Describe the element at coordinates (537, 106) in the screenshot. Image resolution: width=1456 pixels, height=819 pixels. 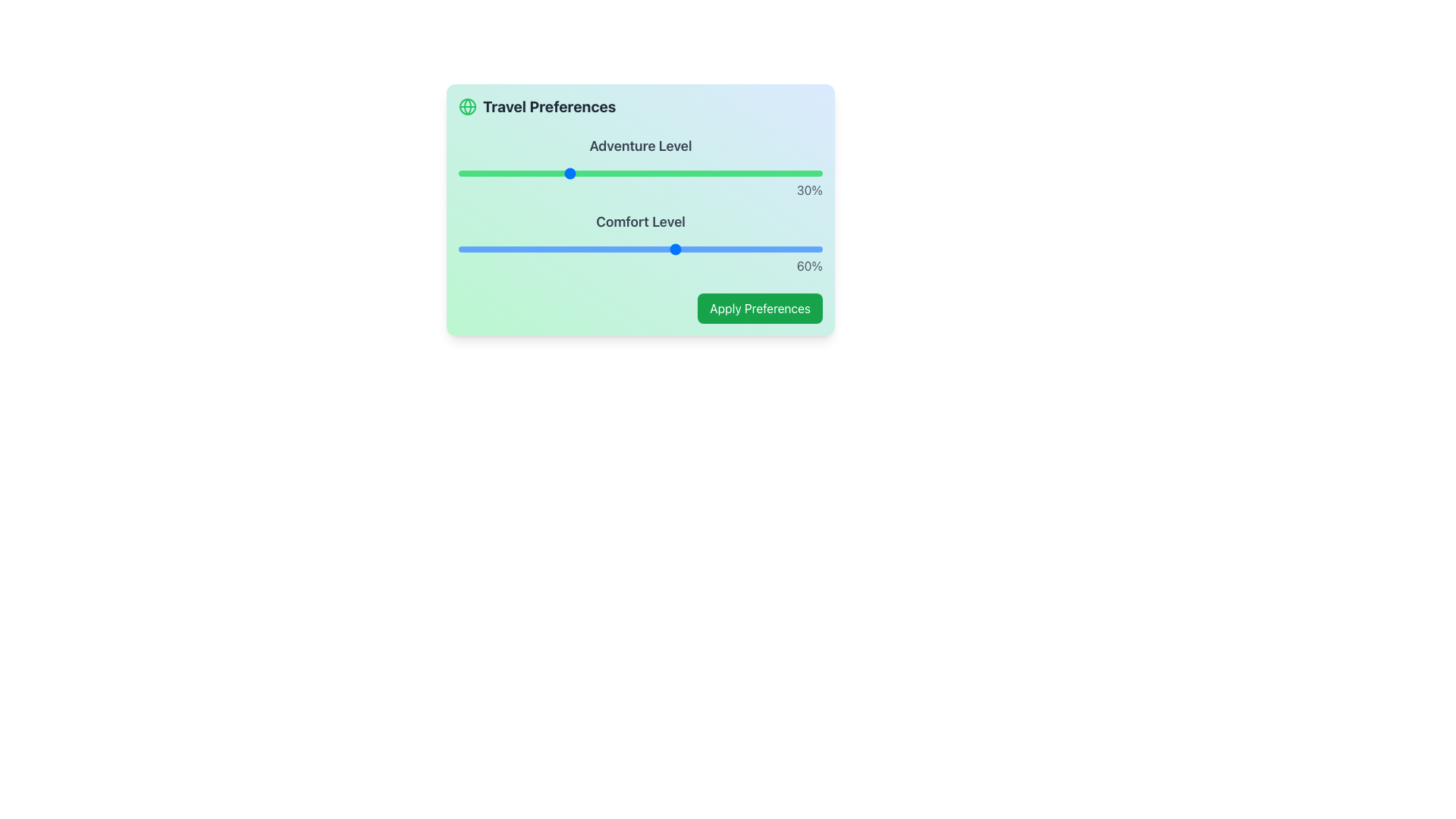
I see `the text label titled 'Travel Preferences', which indicates the section for configuring travel-related preferences, located near the upper part of the interface` at that location.